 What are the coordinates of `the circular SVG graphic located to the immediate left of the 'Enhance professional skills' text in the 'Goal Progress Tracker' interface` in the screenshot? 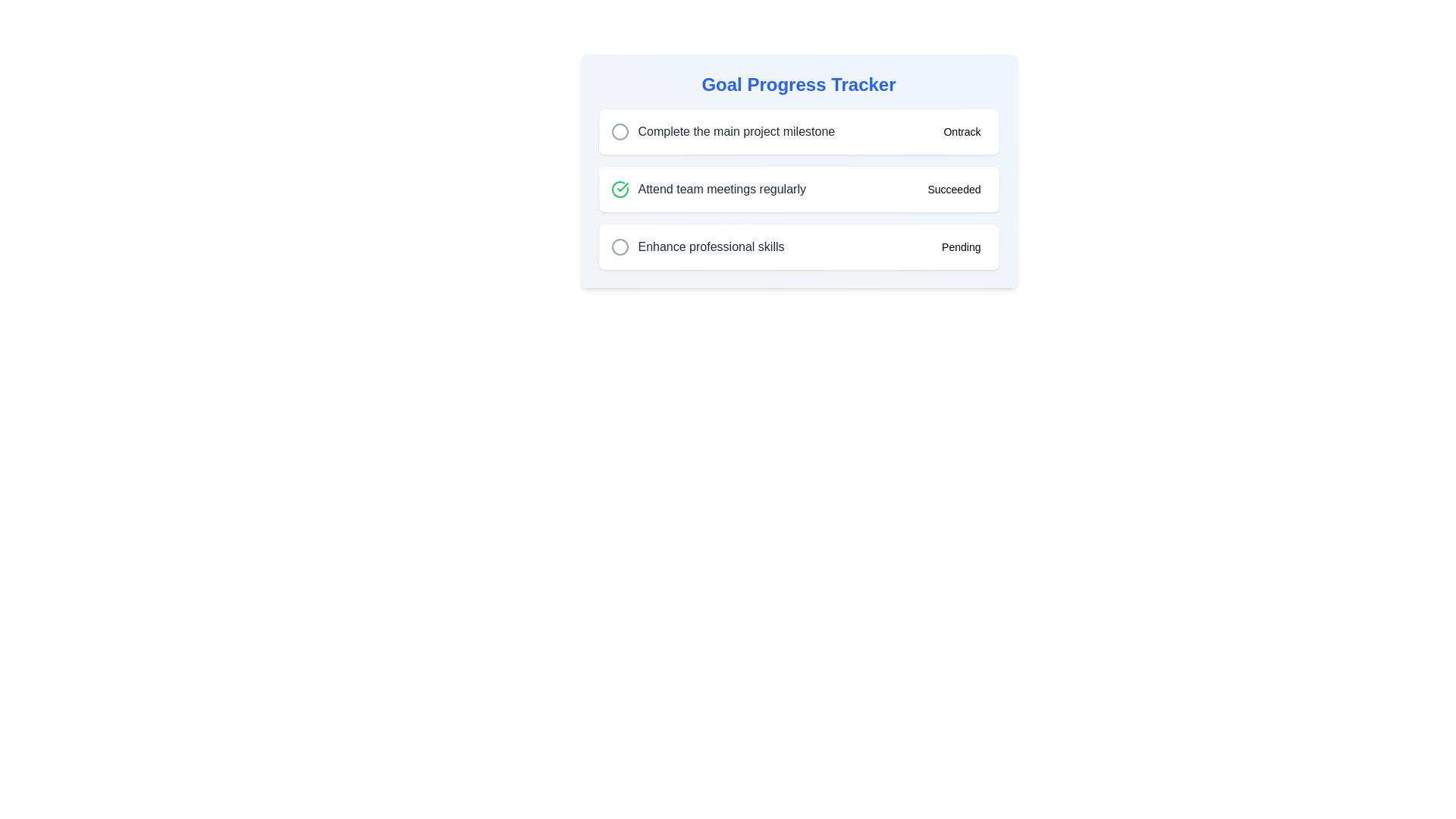 It's located at (620, 246).